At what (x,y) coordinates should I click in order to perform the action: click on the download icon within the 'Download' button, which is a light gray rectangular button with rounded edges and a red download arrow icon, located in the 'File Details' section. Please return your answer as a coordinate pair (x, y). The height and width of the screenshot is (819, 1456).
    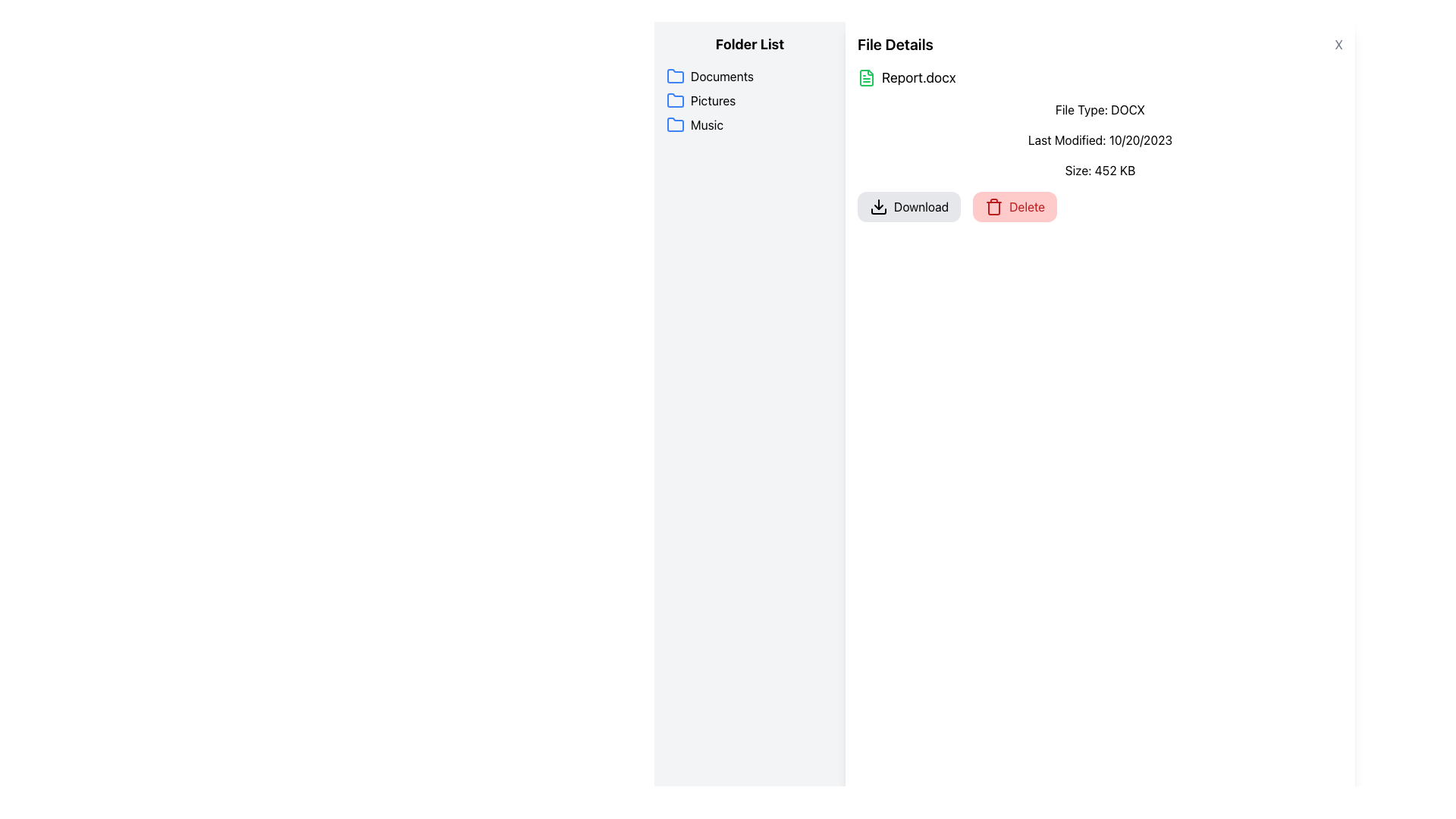
    Looking at the image, I should click on (878, 211).